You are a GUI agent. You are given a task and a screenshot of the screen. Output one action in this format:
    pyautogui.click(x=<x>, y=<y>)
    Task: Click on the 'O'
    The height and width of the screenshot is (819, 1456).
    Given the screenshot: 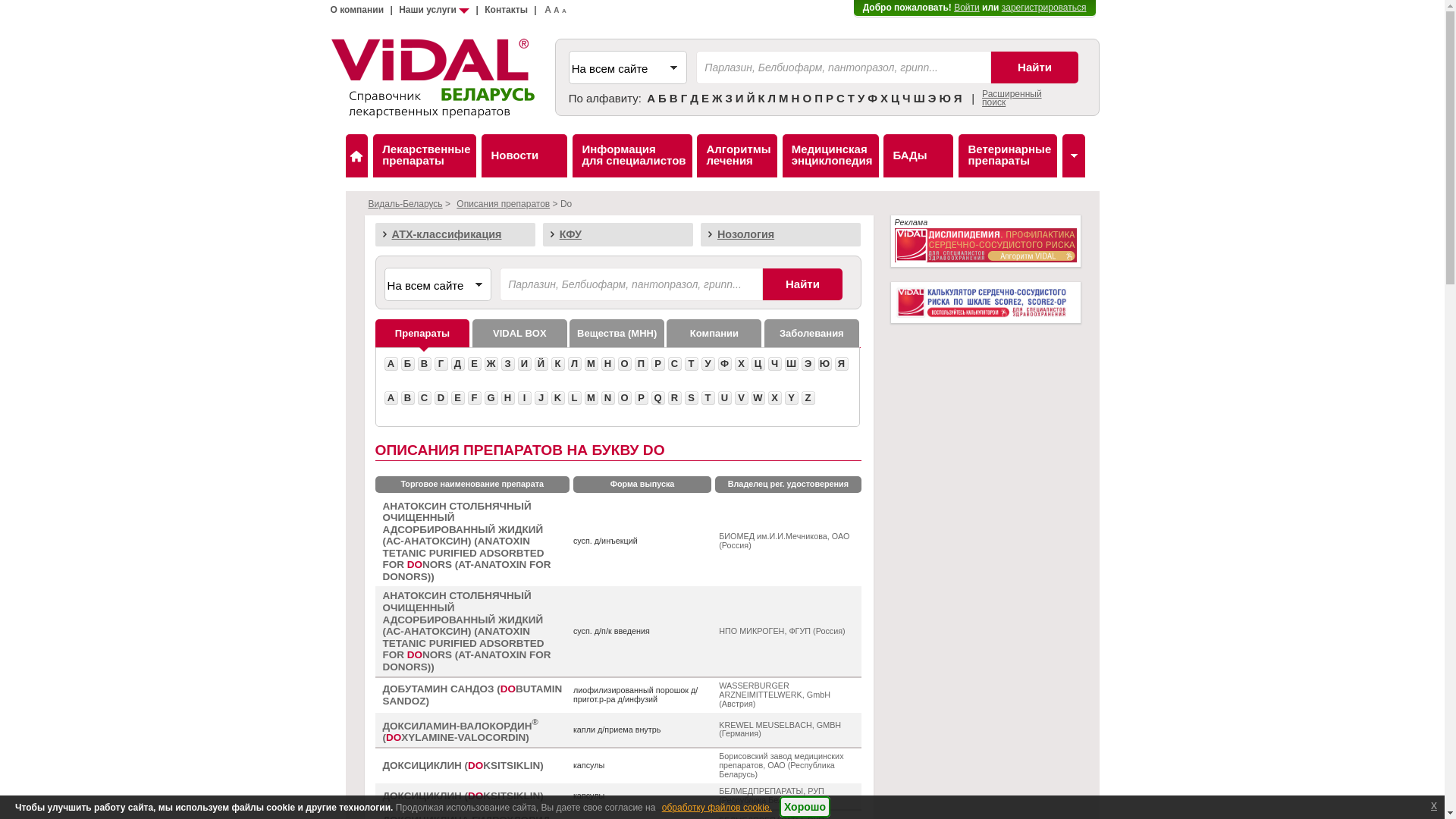 What is the action you would take?
    pyautogui.click(x=617, y=397)
    